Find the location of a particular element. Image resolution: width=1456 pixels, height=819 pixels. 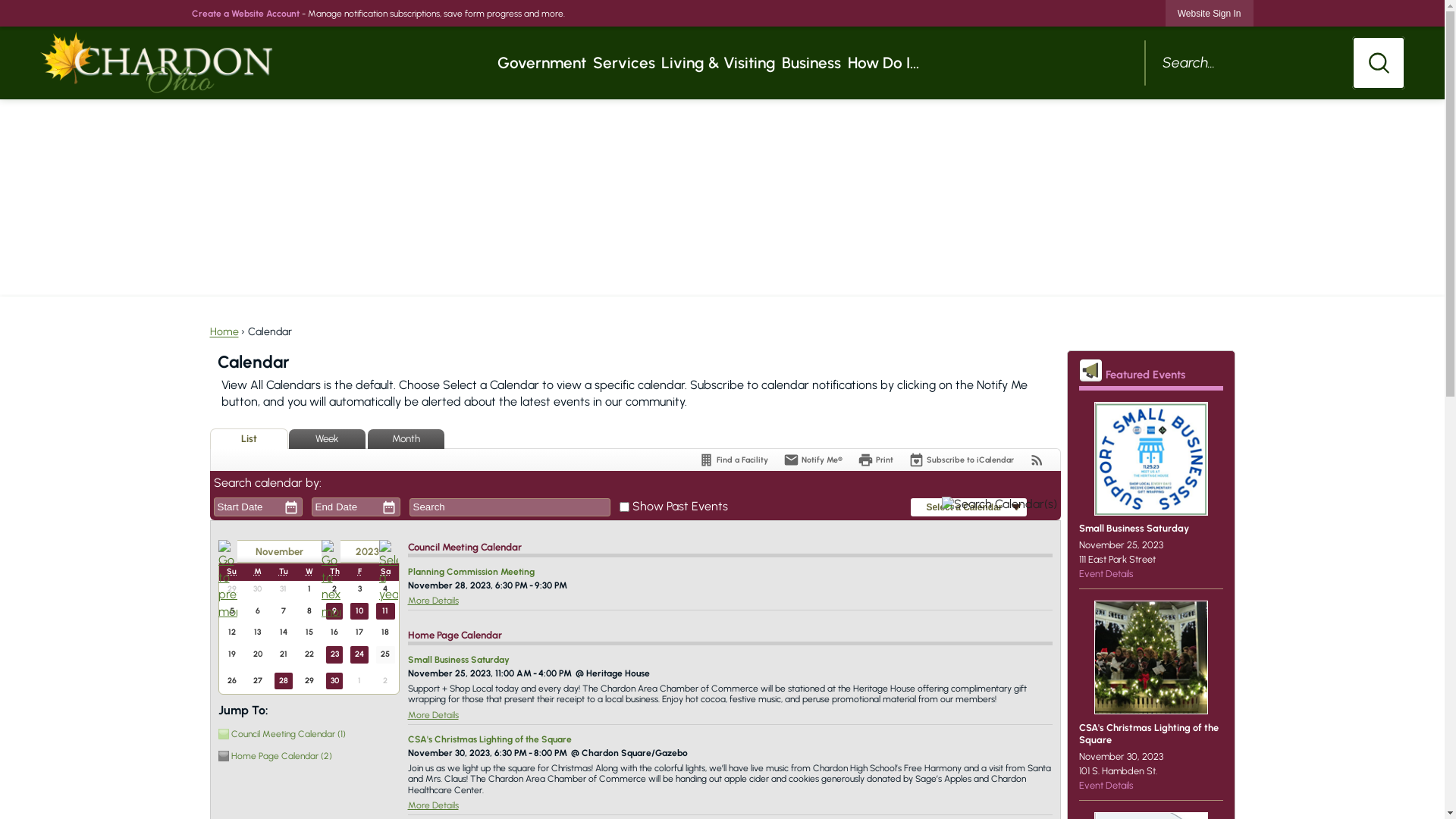

'More Details' is located at coordinates (432, 714).